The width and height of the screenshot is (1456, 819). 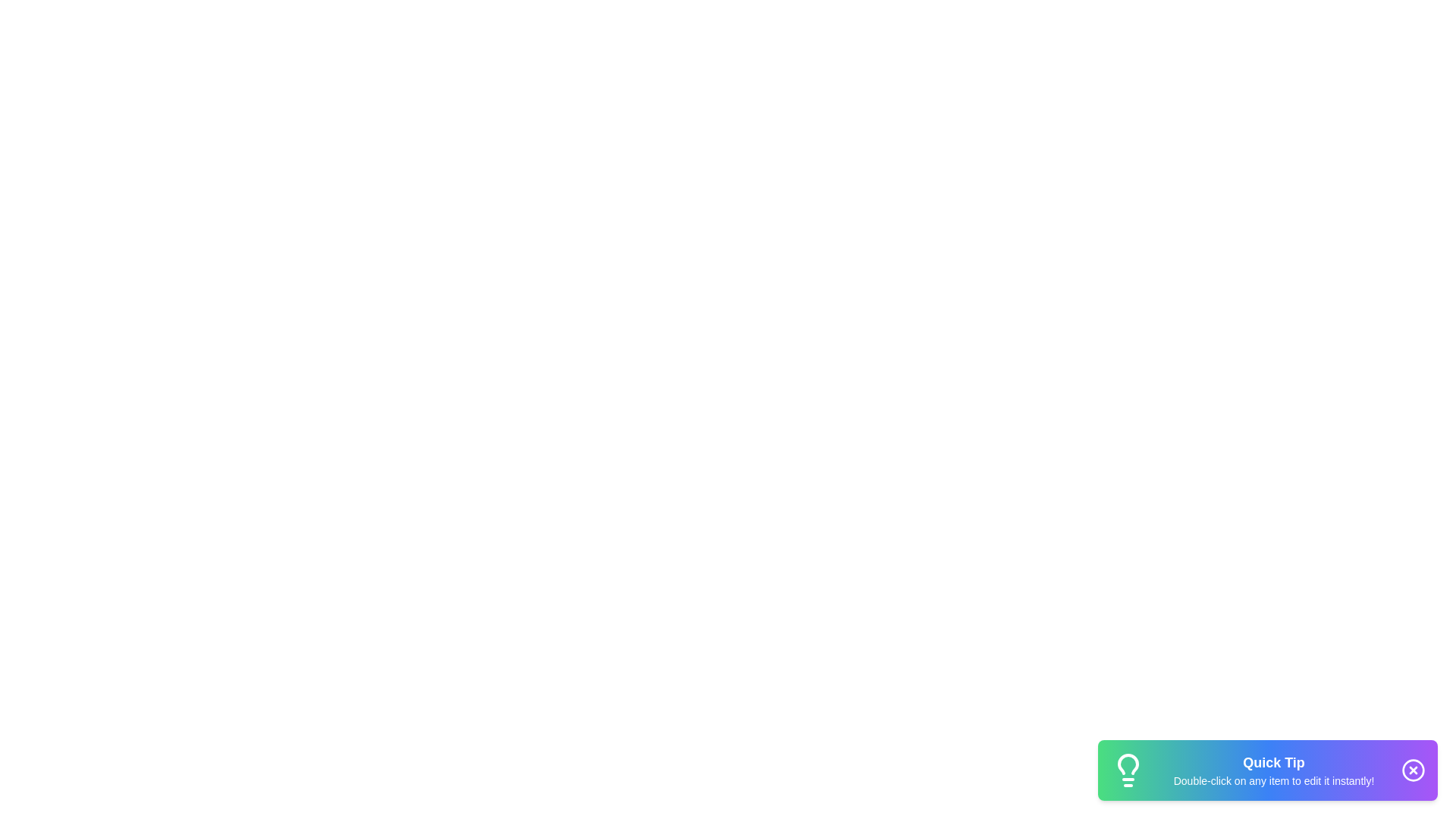 I want to click on the text area to simulate editing or interaction, so click(x=1274, y=770).